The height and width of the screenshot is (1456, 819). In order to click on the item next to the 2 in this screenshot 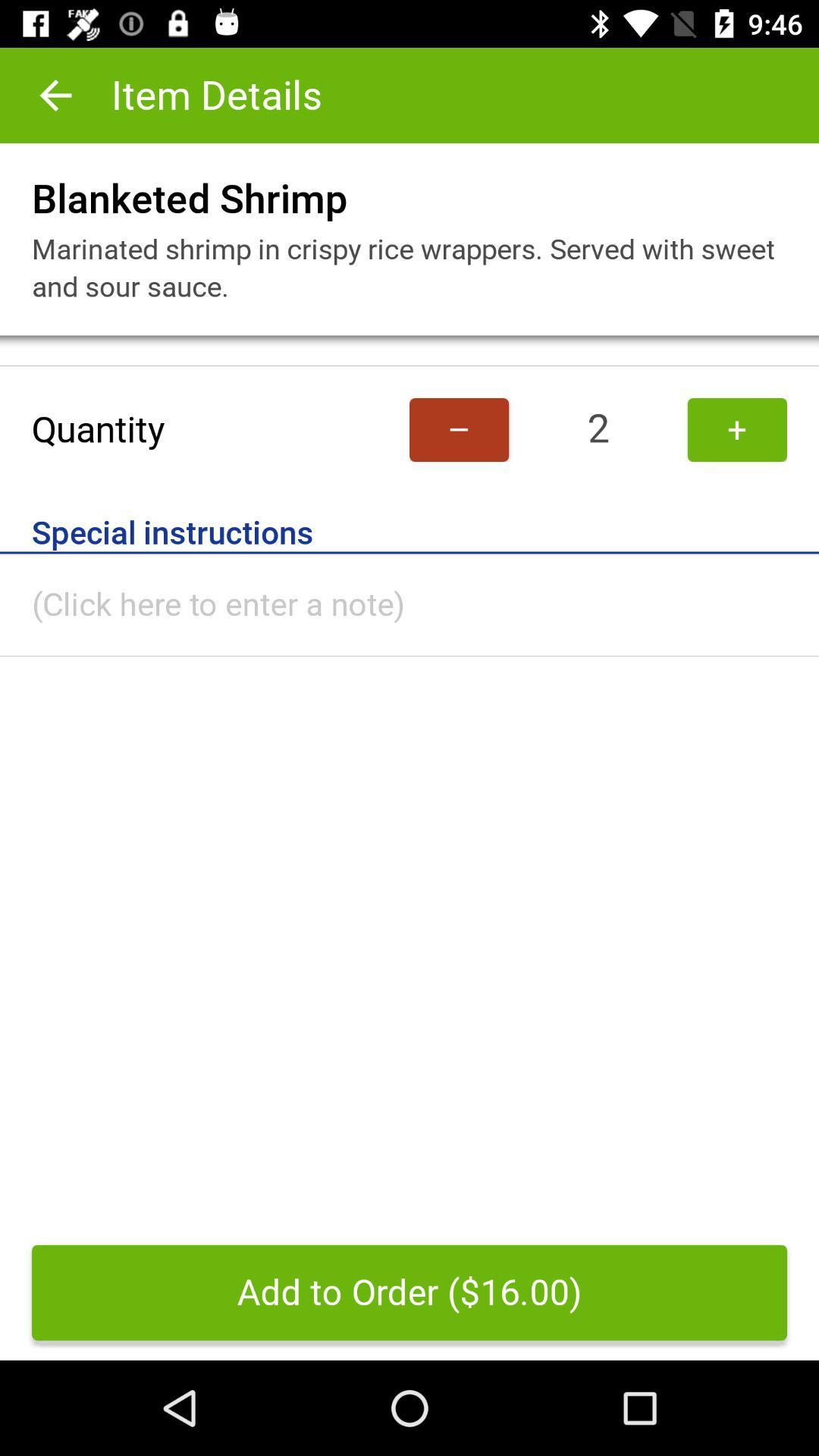, I will do `click(458, 428)`.